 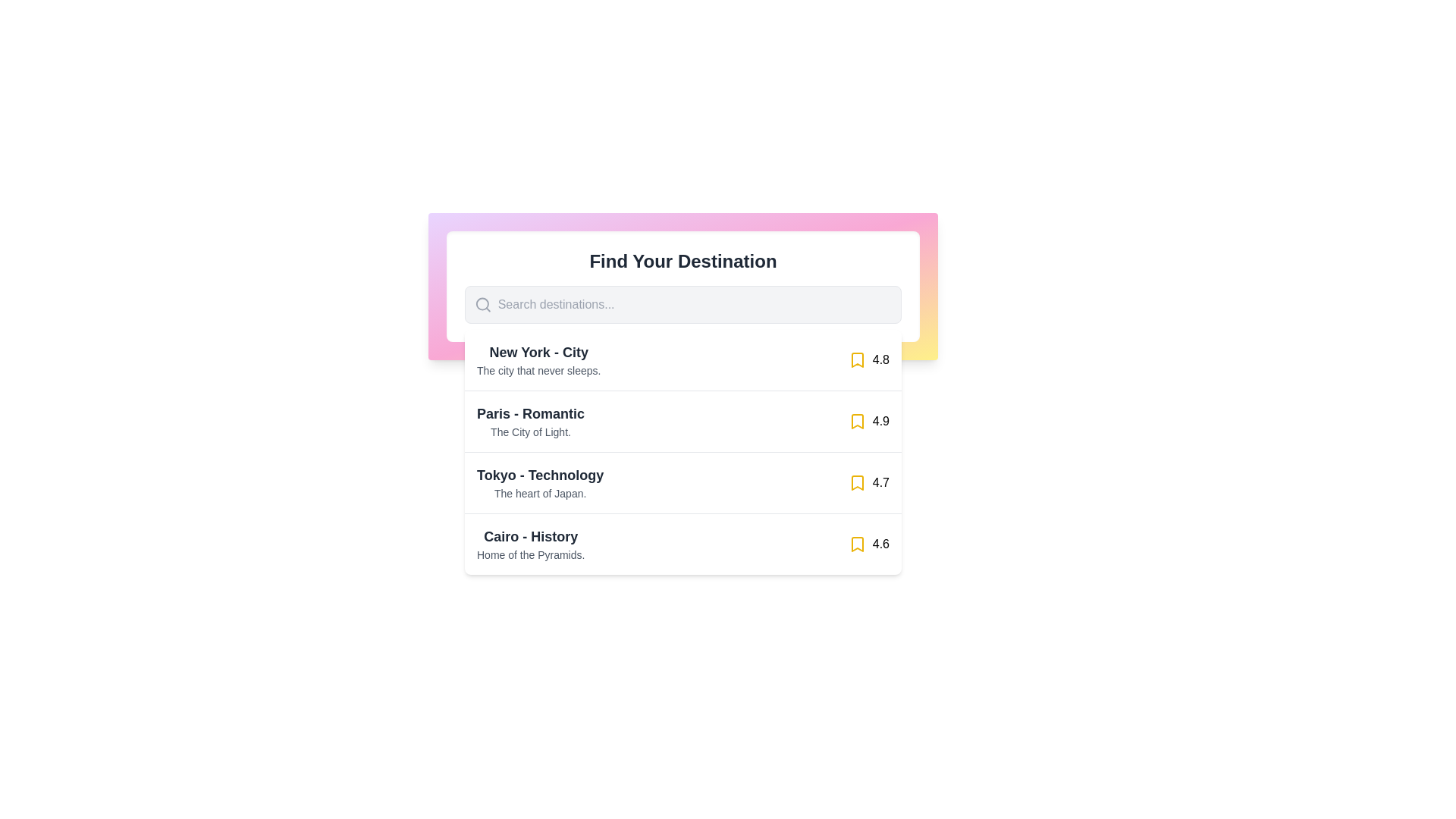 I want to click on the yellow bookmark icon at the end of the list item for 'New York - City', so click(x=857, y=359).